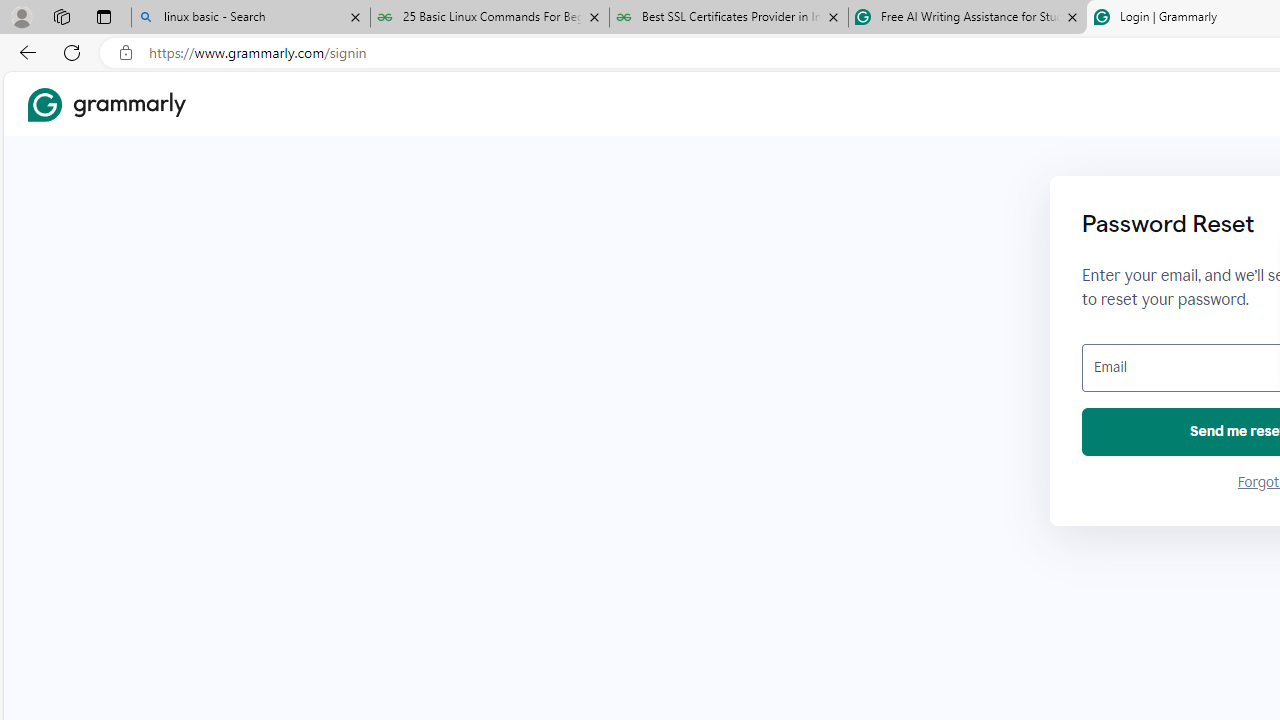  What do you see at coordinates (728, 17) in the screenshot?
I see `'Best SSL Certificates Provider in India - GeeksforGeeks'` at bounding box center [728, 17].